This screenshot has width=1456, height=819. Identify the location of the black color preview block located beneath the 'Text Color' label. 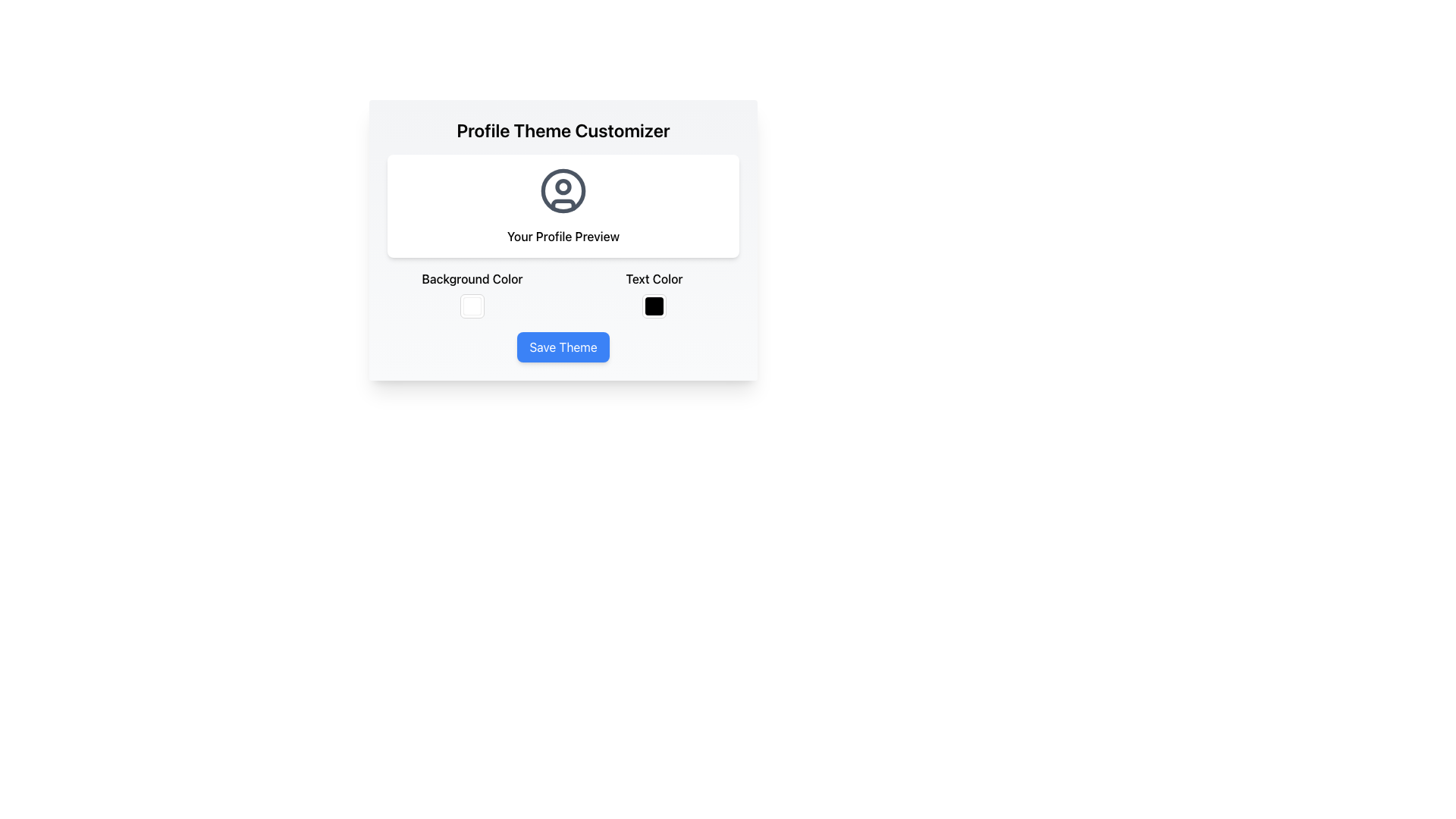
(654, 295).